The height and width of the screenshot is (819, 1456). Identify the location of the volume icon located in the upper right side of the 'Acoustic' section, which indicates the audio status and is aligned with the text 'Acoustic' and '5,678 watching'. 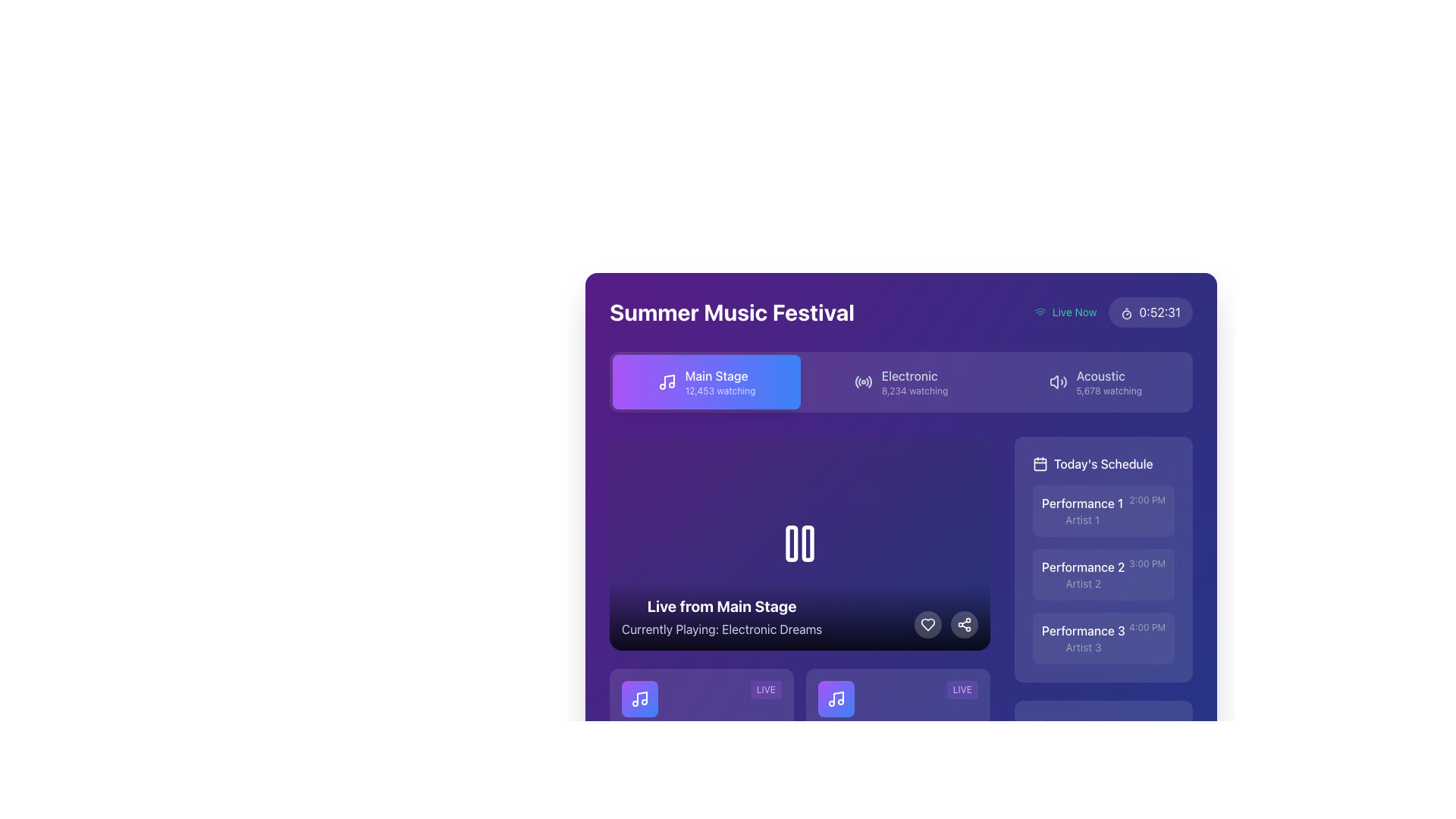
(1057, 381).